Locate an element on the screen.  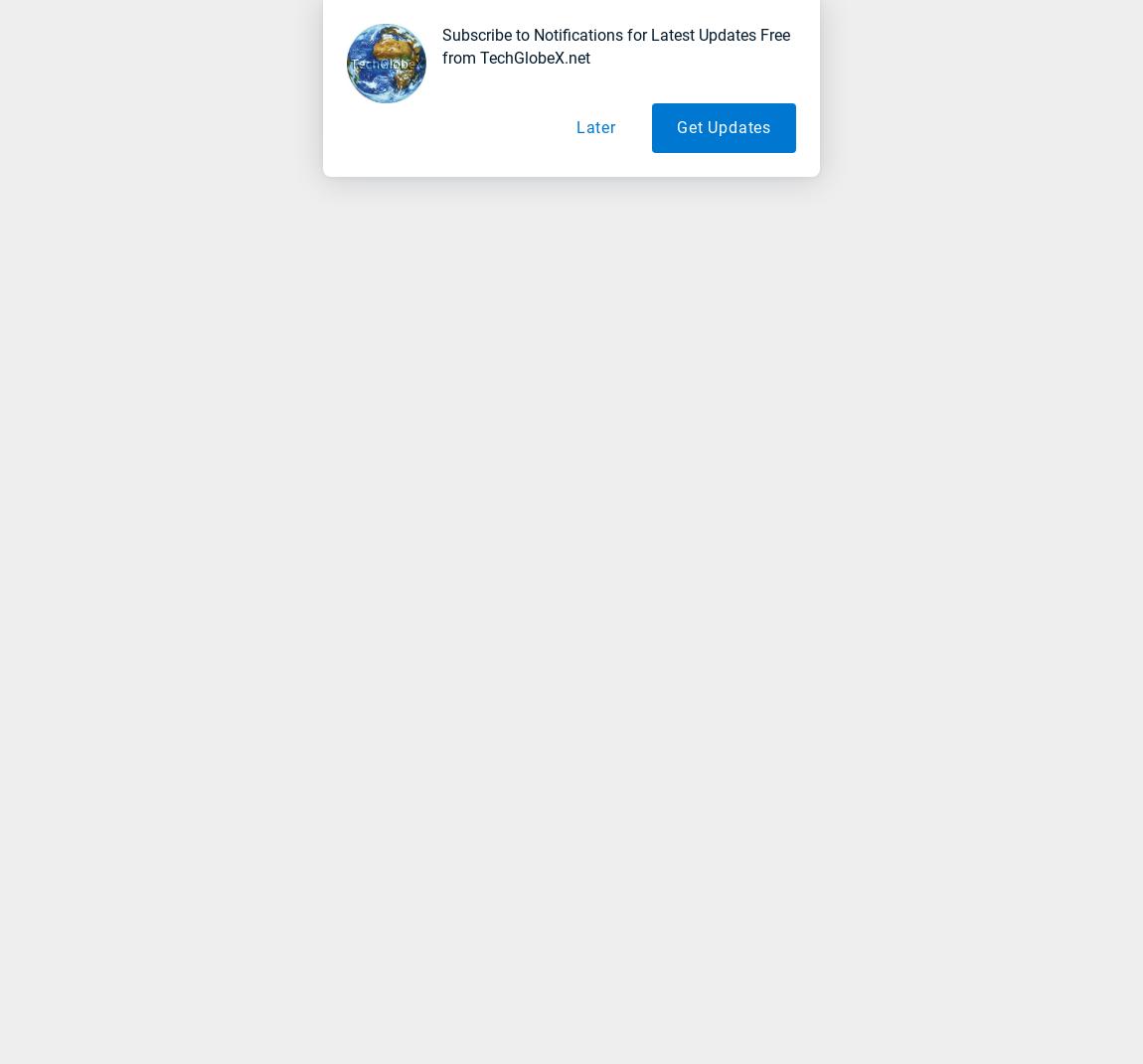
'Get Updates' is located at coordinates (723, 127).